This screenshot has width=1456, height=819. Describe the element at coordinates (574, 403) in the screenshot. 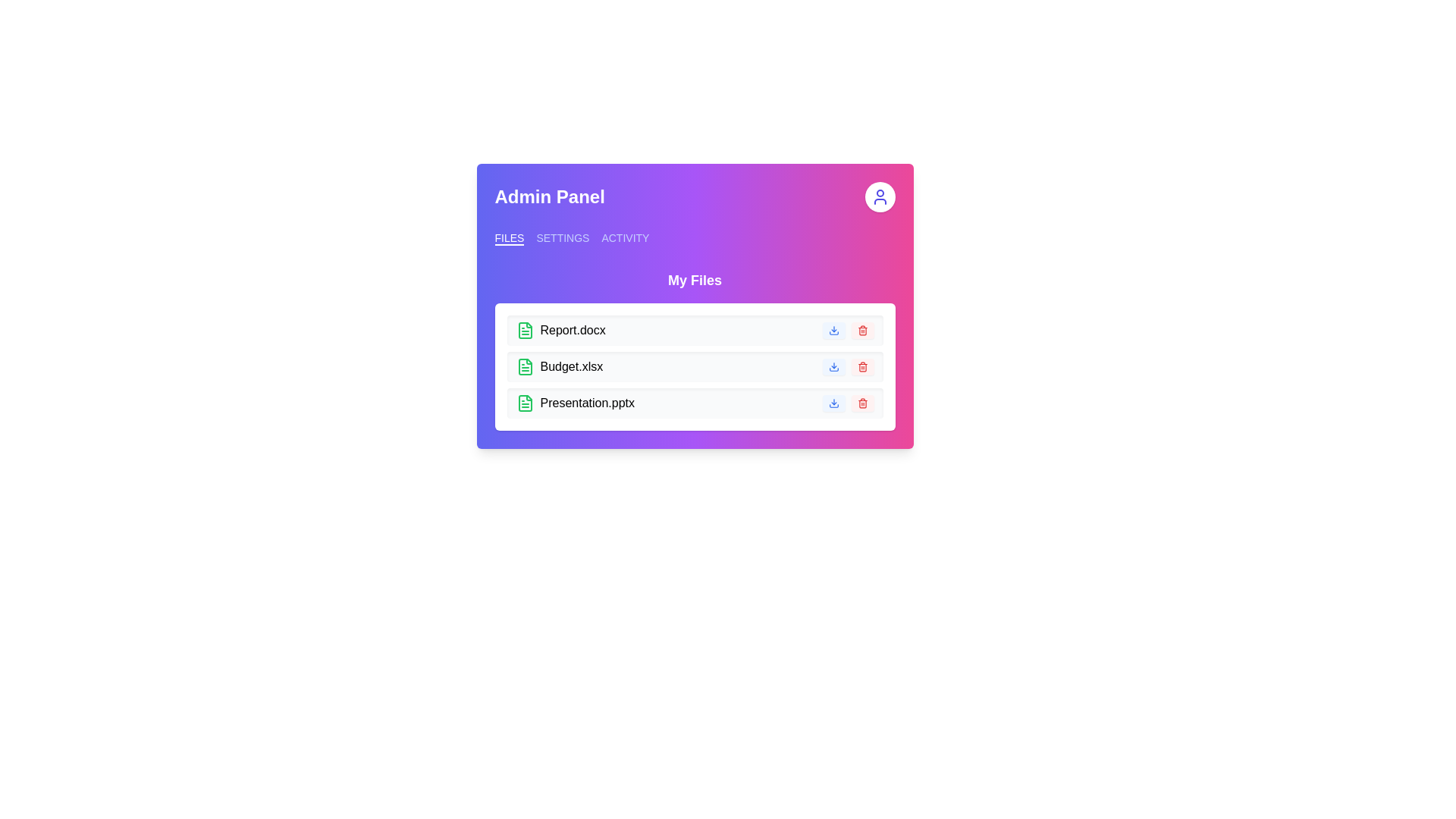

I see `the text label 'Presentation.pptx' which is accompanied by a green document icon, located in the third position of the file list under 'My Files' in the 'Admin Panel'` at that location.